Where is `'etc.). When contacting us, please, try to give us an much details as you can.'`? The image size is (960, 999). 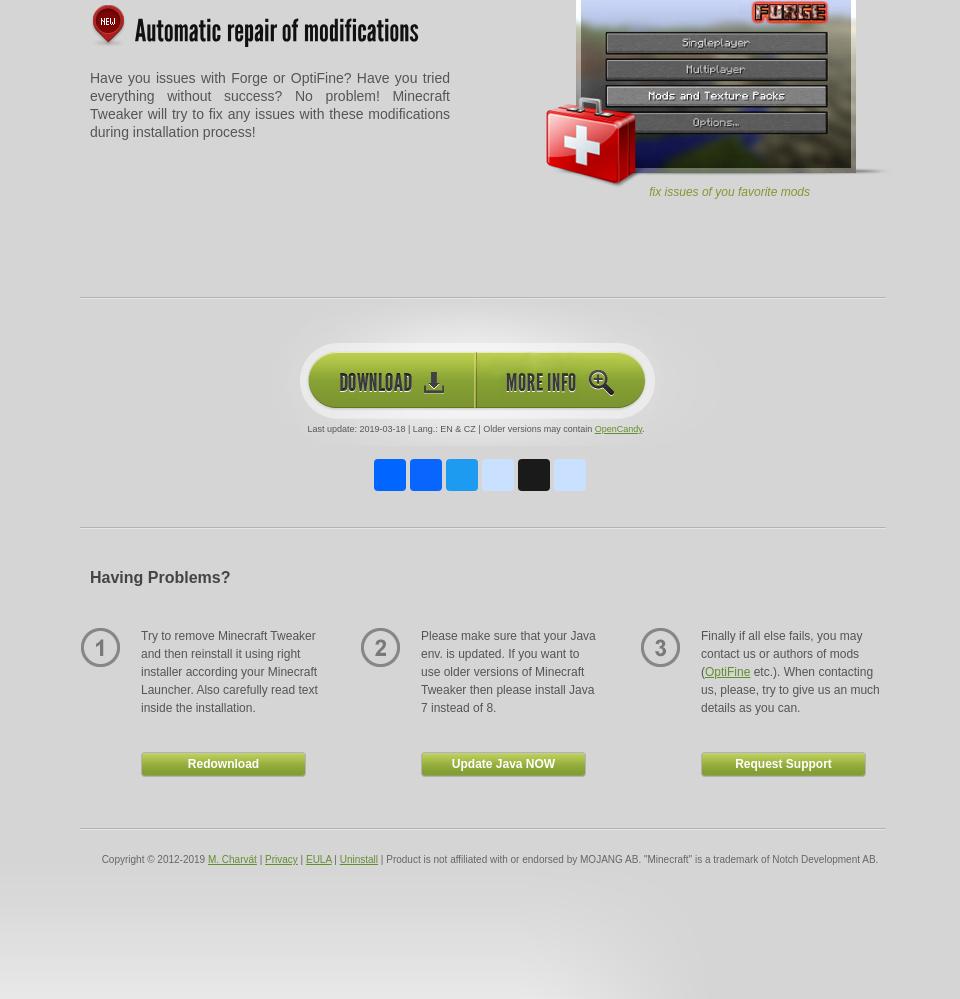 'etc.). When contacting us, please, try to give us an much details as you can.' is located at coordinates (700, 690).